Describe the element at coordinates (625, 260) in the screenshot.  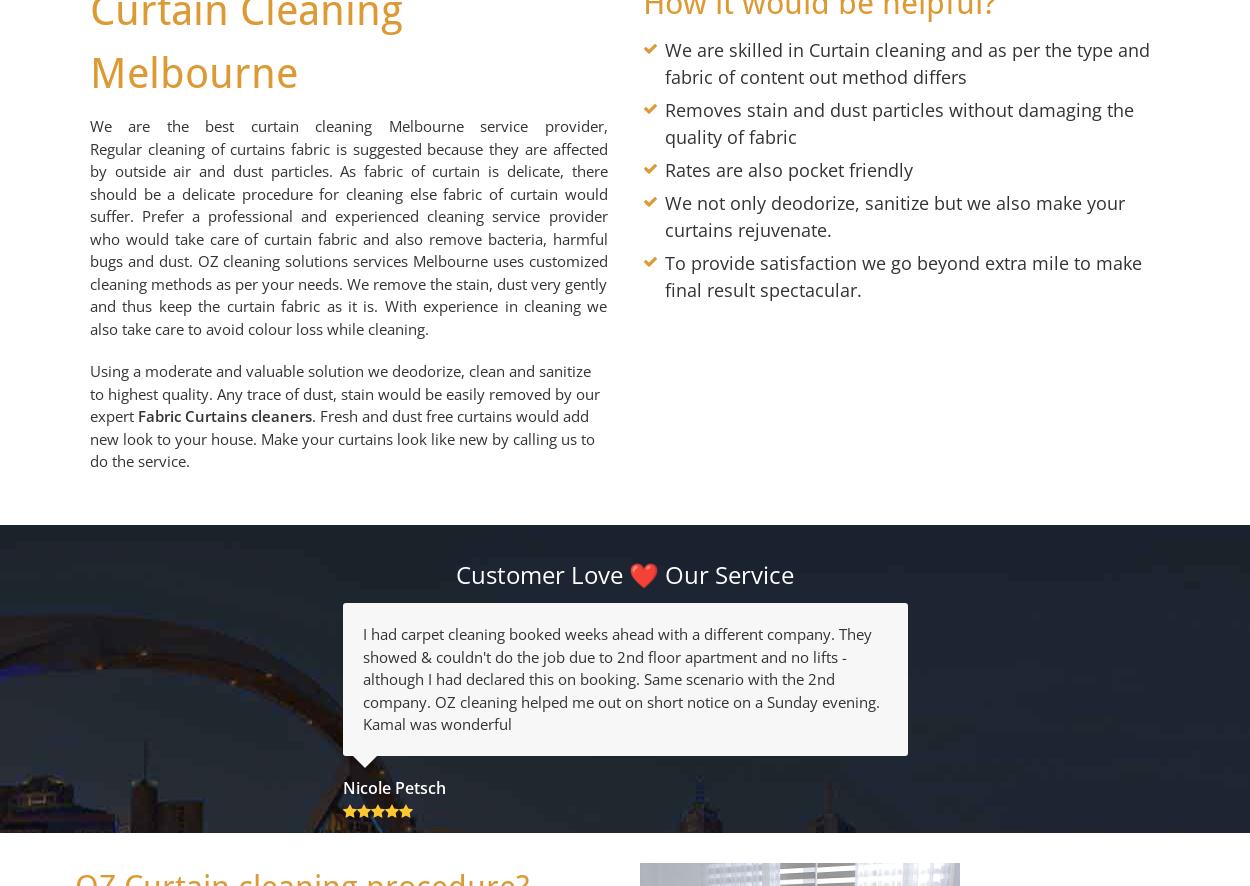
I see `'Contact Us'` at that location.